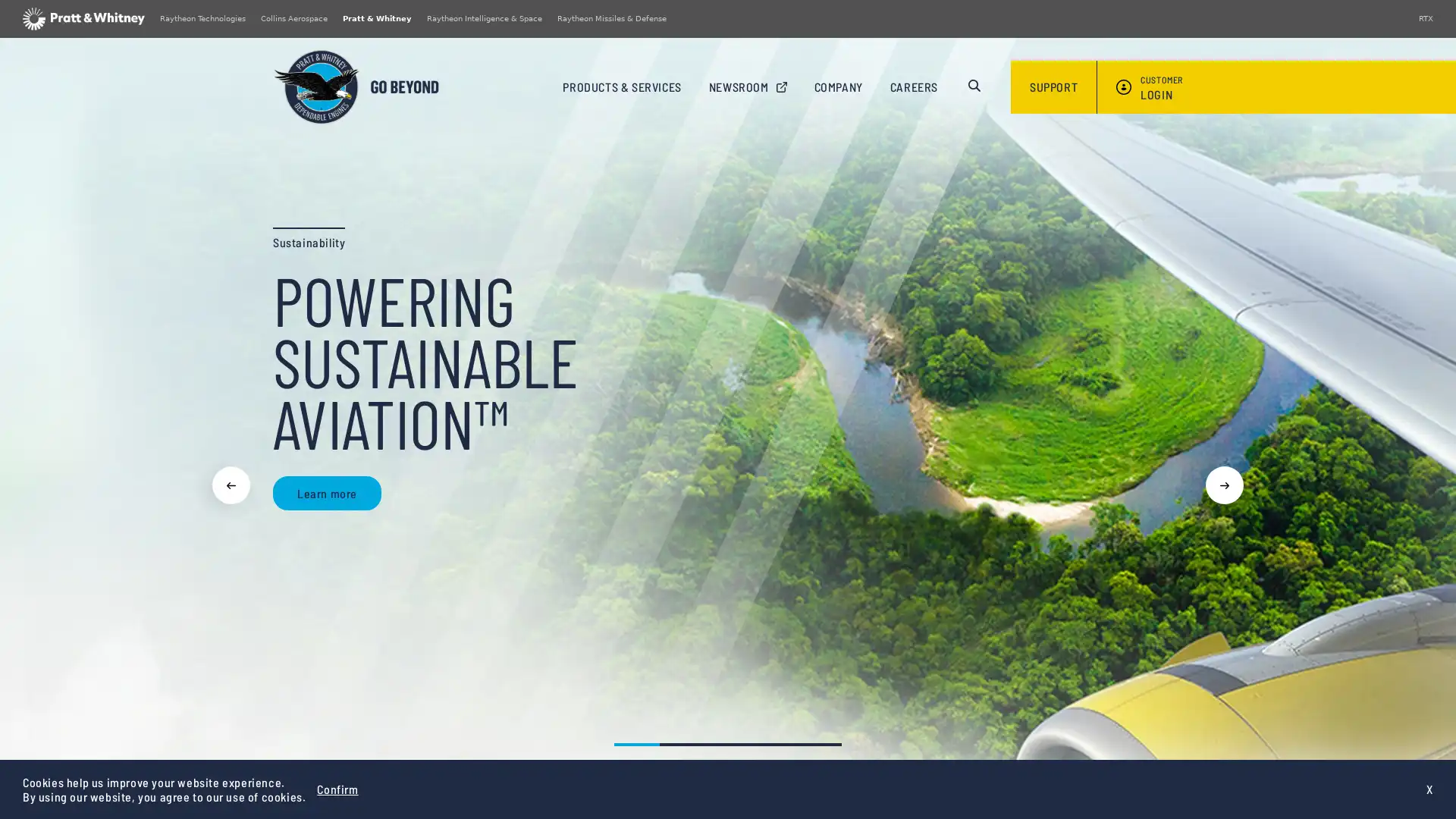 The width and height of the screenshot is (1456, 819). I want to click on Previous slide, so click(231, 485).